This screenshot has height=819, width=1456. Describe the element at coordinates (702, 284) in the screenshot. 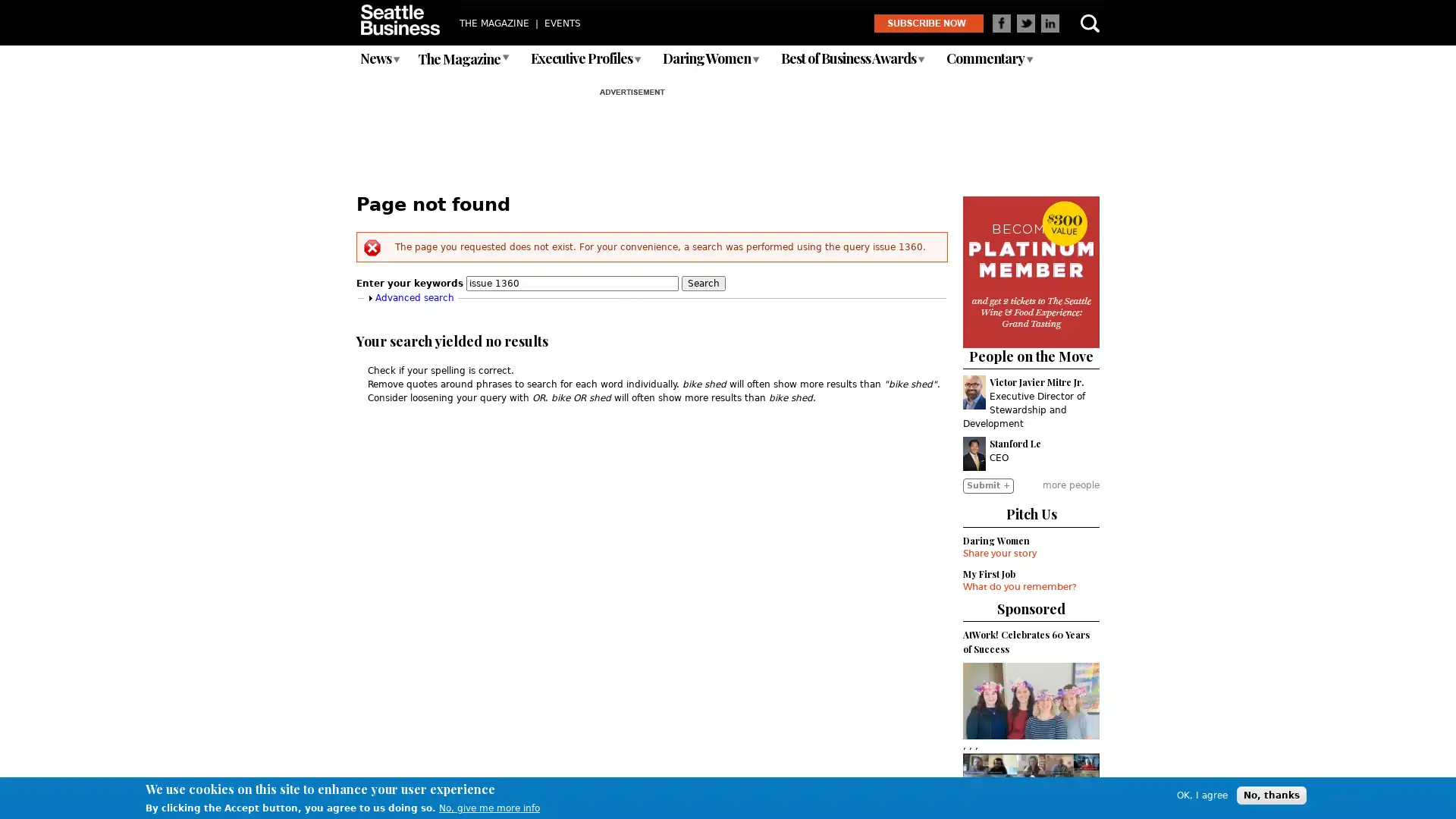

I see `Search` at that location.